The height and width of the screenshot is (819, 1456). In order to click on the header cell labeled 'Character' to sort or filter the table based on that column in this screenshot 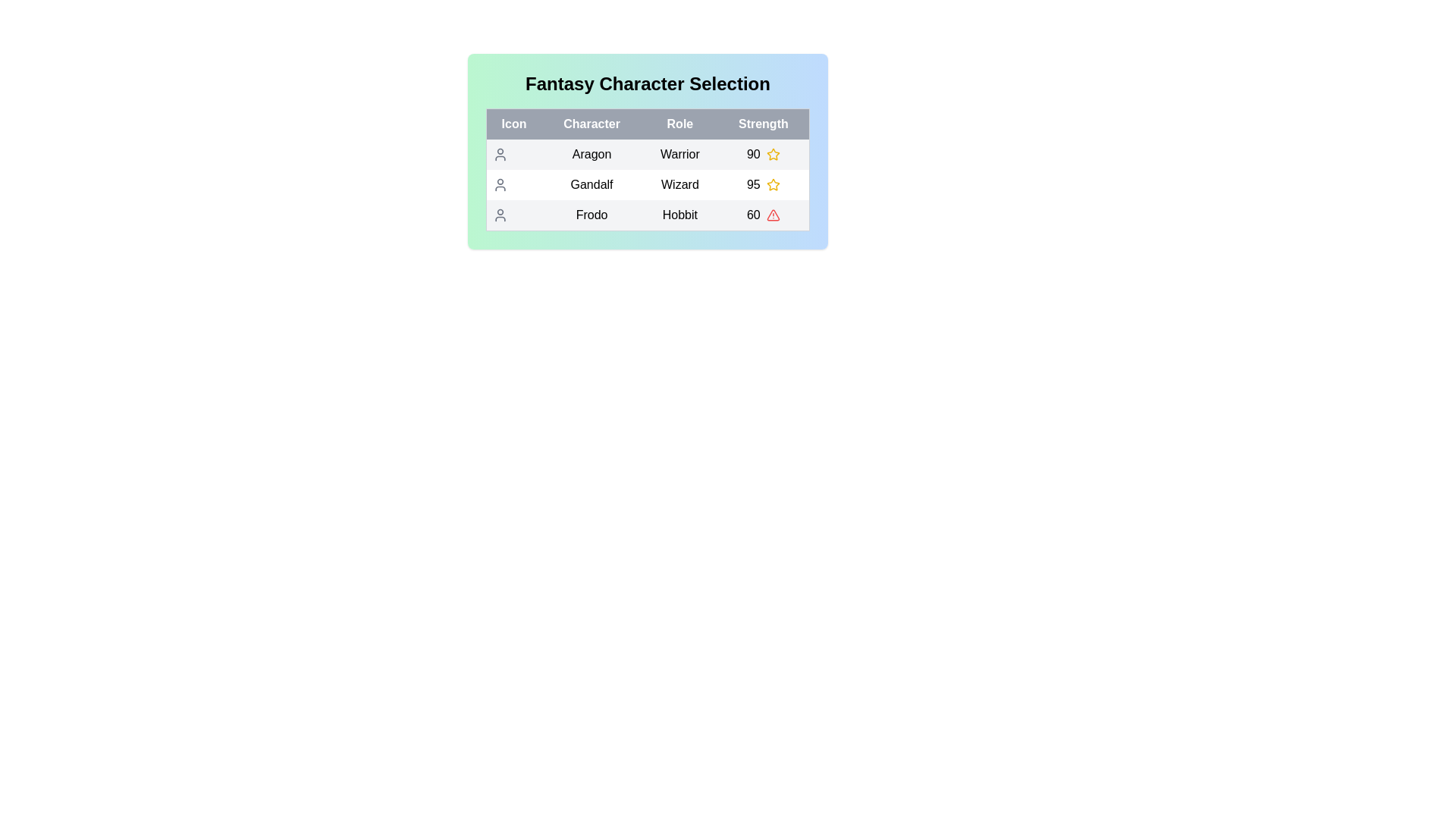, I will do `click(591, 124)`.